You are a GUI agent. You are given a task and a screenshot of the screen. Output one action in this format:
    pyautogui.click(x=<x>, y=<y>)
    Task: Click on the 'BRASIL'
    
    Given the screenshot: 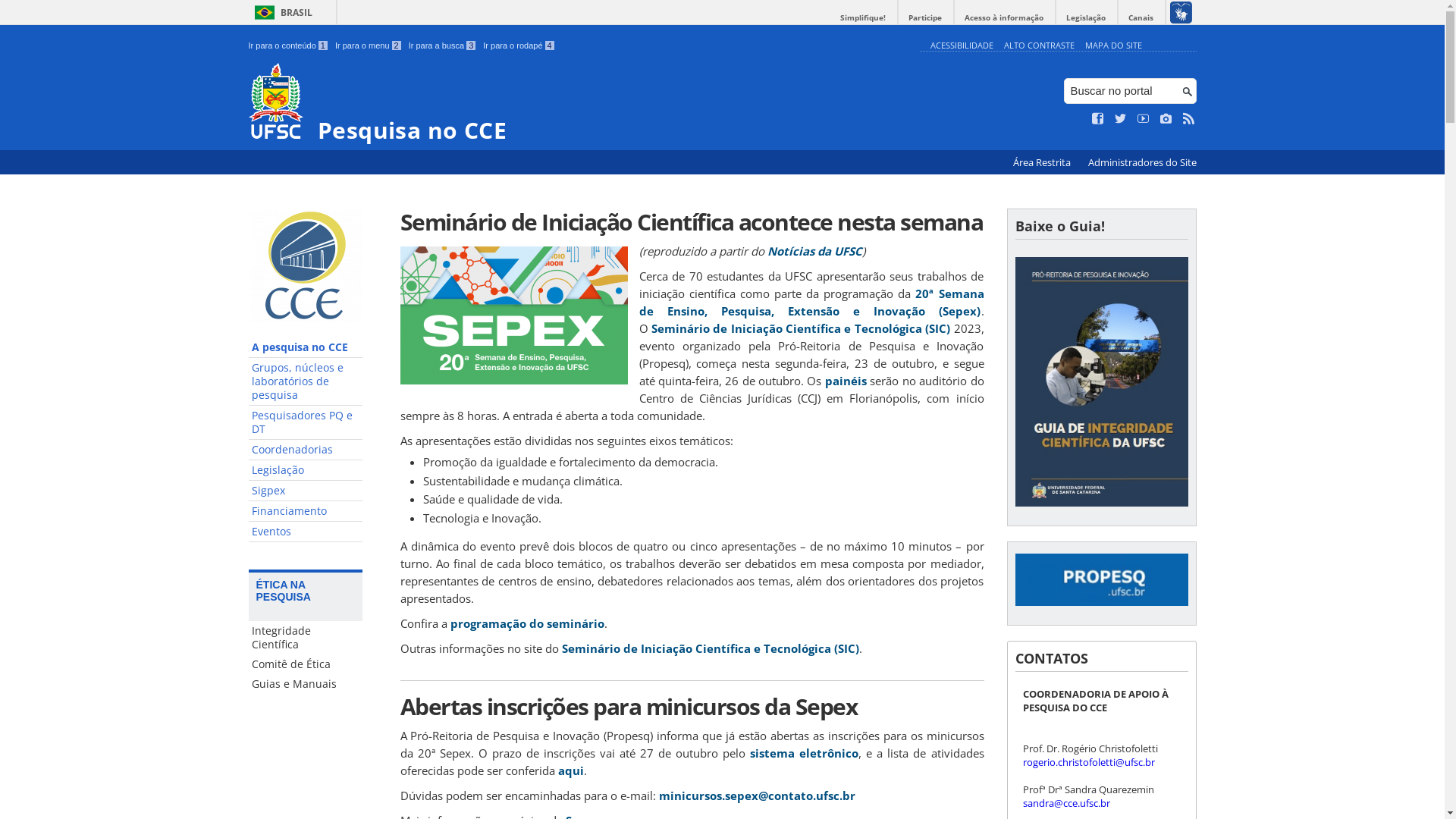 What is the action you would take?
    pyautogui.click(x=248, y=12)
    